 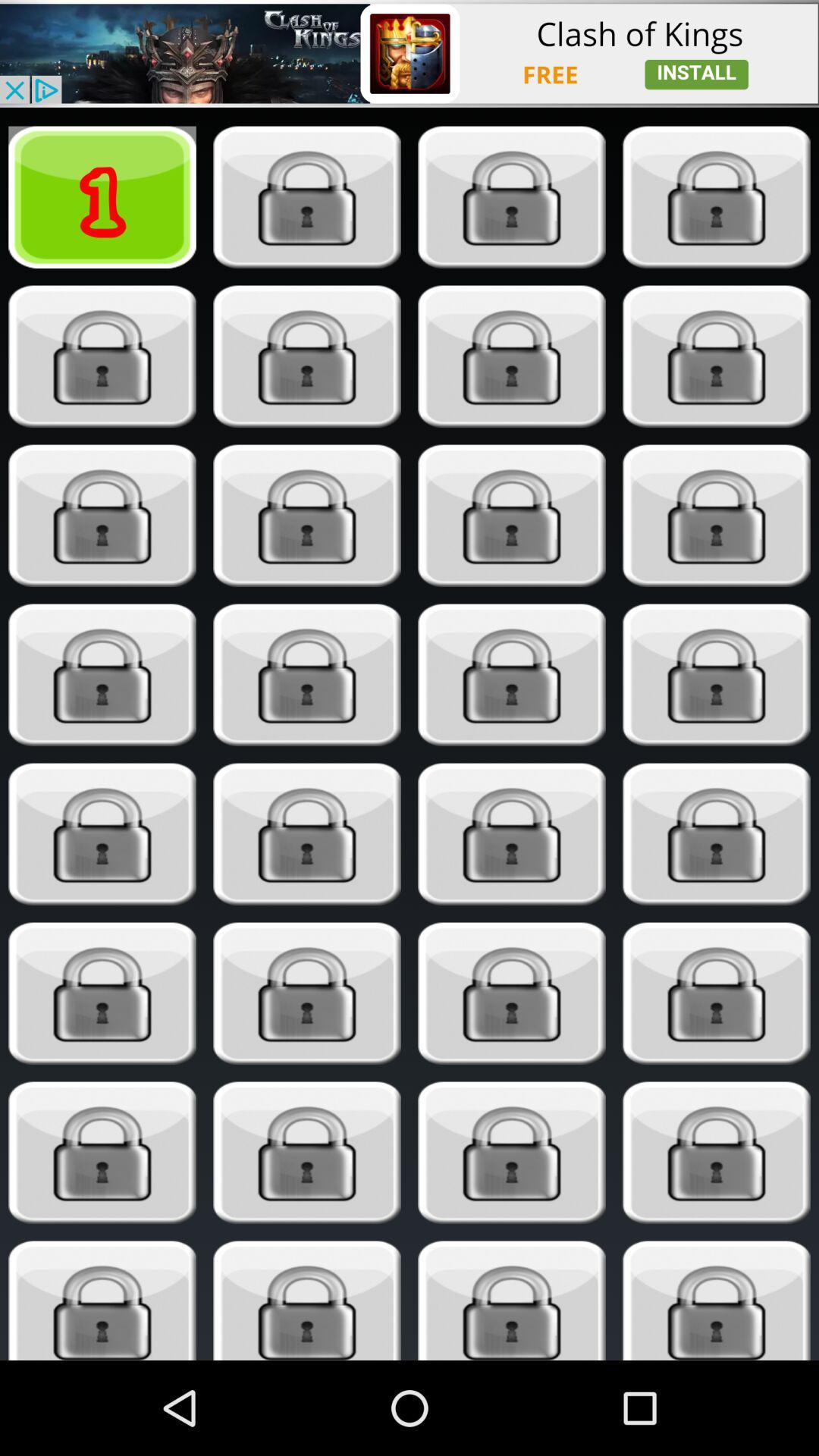 I want to click on look here, so click(x=307, y=1153).